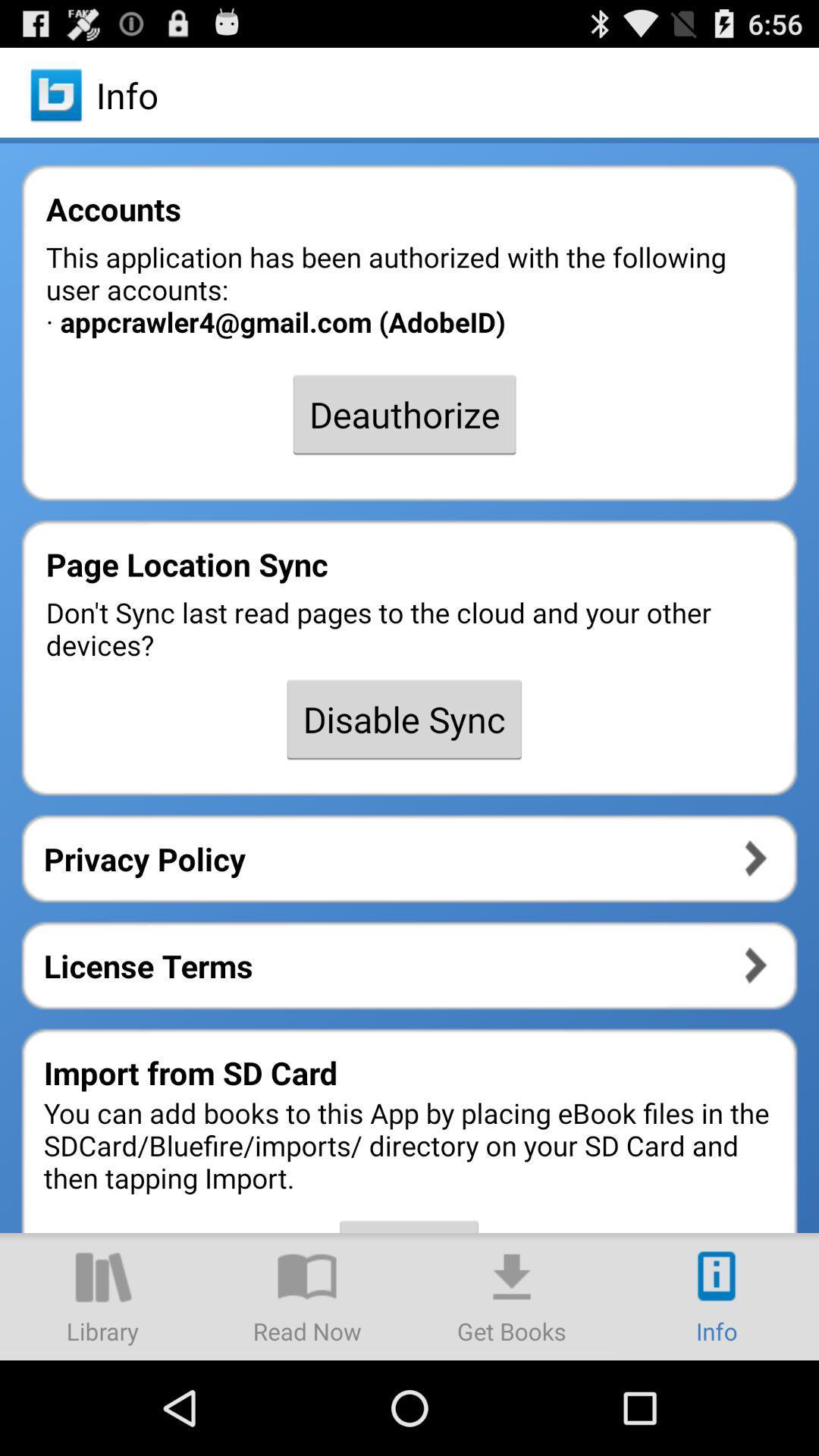 This screenshot has height=1456, width=819. What do you see at coordinates (403, 718) in the screenshot?
I see `item below don t sync app` at bounding box center [403, 718].